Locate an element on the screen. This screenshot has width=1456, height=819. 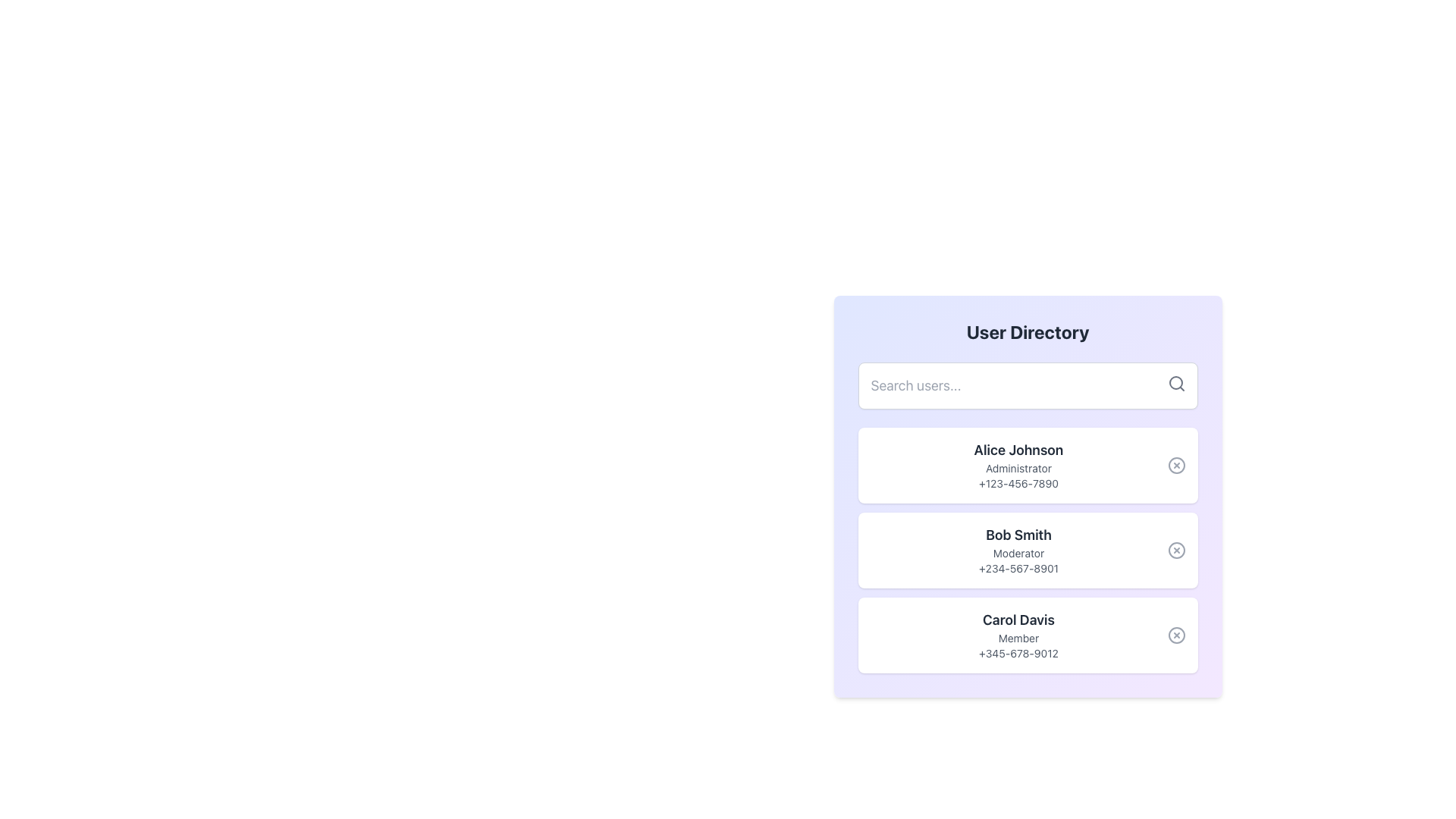
the text label 'Bob Smith' is located at coordinates (1018, 534).